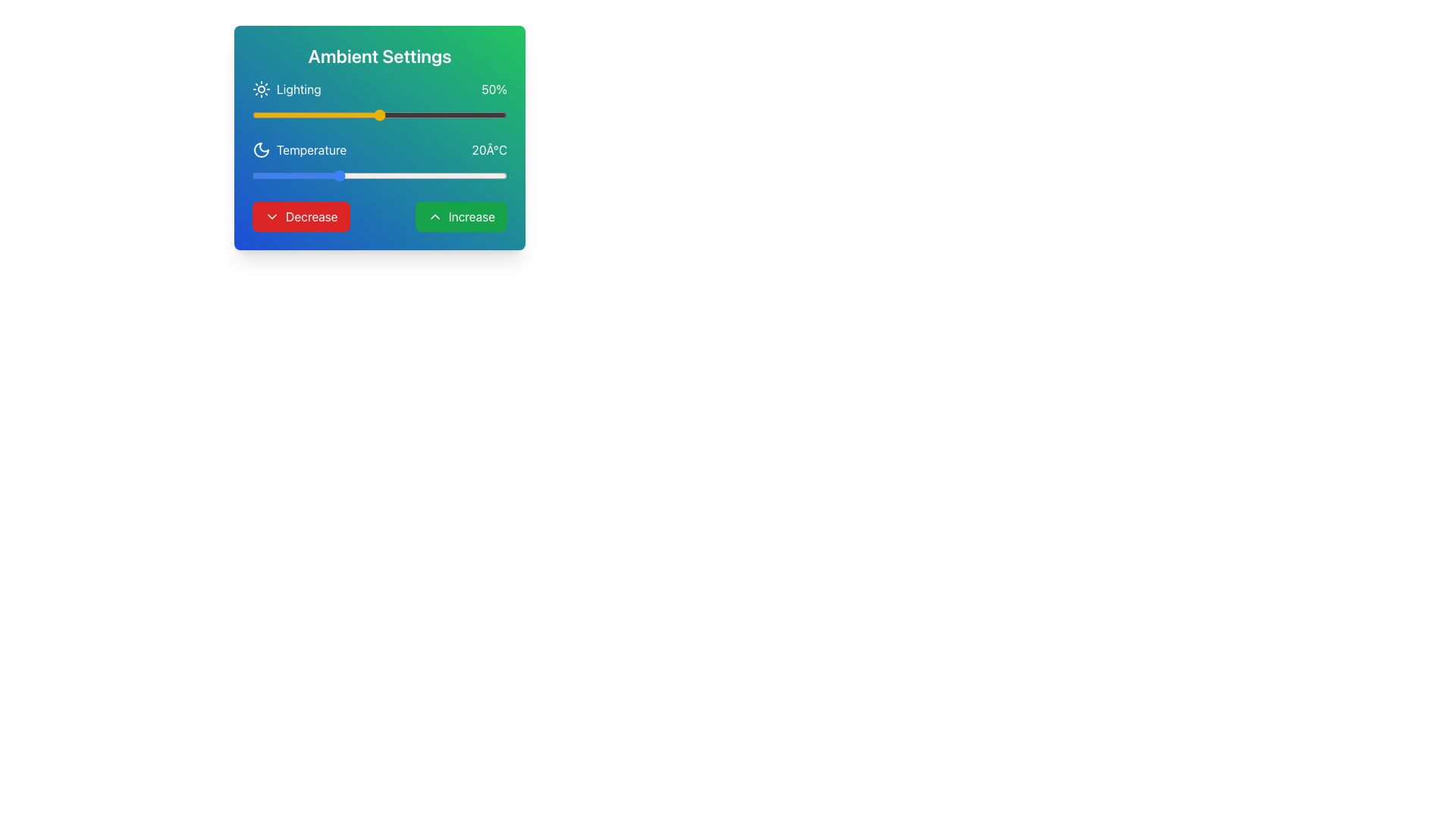 The image size is (1456, 819). What do you see at coordinates (405, 174) in the screenshot?
I see `the temperature` at bounding box center [405, 174].